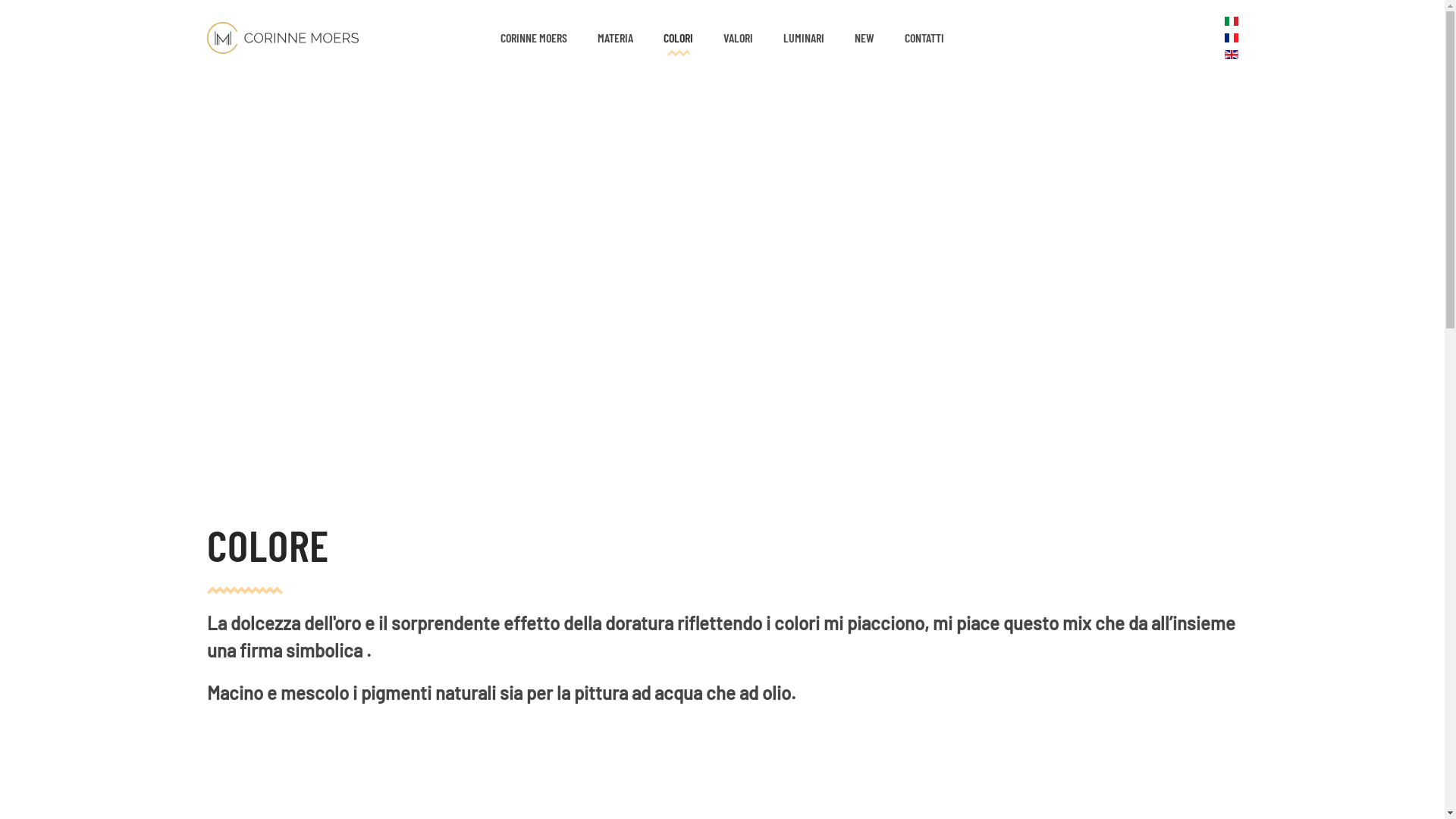 The image size is (1456, 819). Describe the element at coordinates (1230, 54) in the screenshot. I see `'English (United Kingdom)'` at that location.